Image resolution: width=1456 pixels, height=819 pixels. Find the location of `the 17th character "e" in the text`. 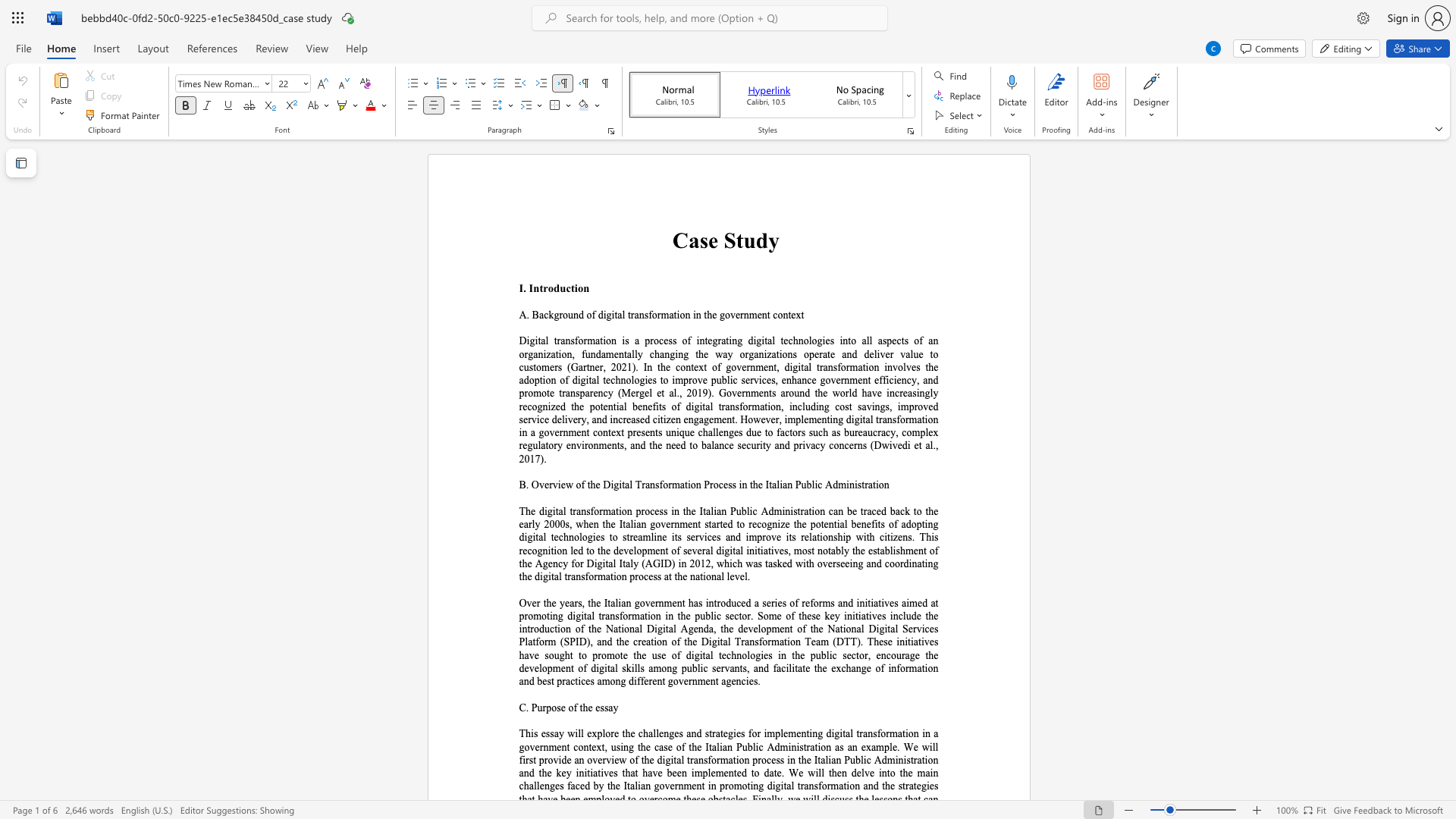

the 17th character "e" in the text is located at coordinates (744, 367).